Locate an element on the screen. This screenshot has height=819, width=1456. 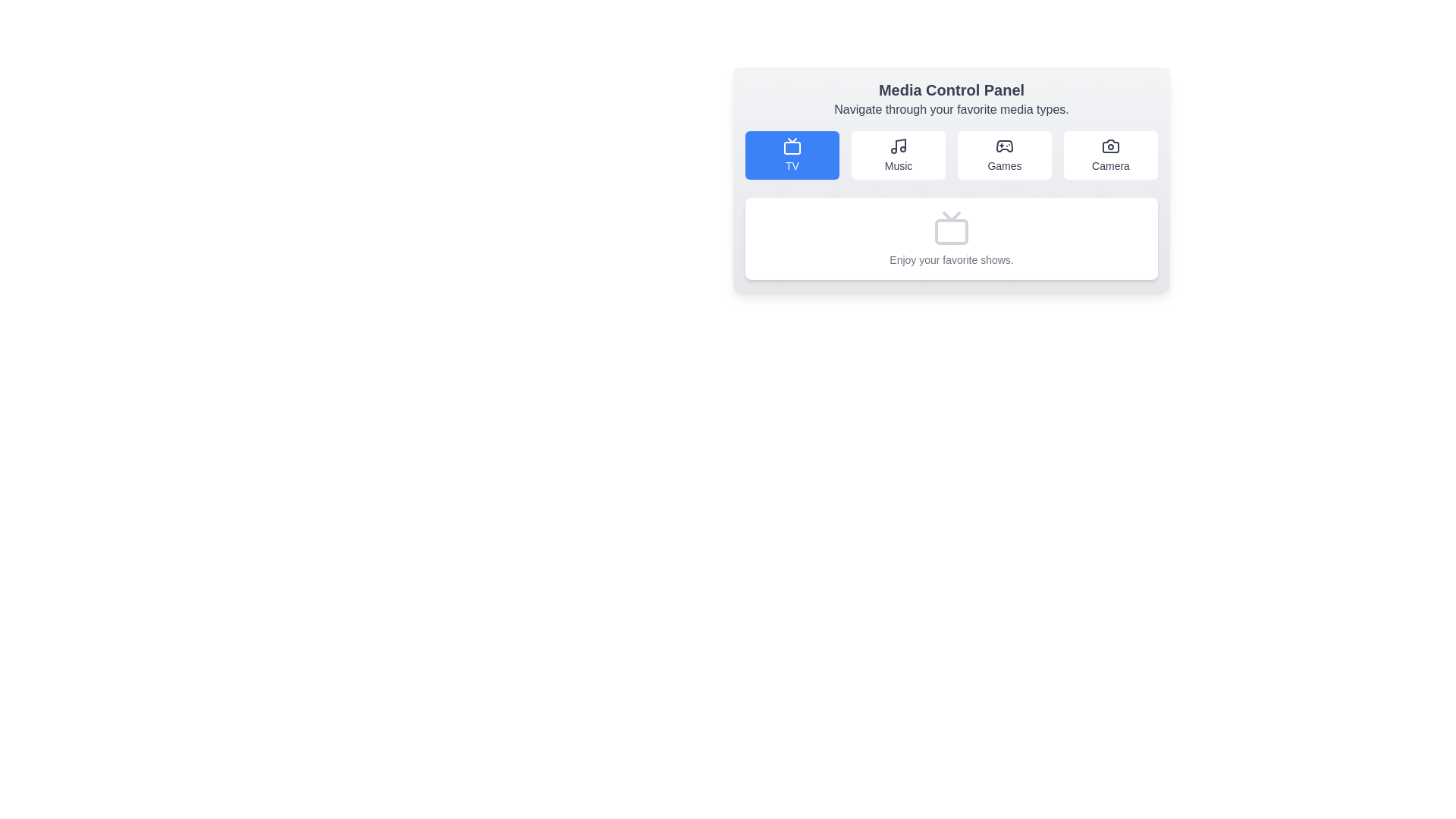
the game controller icon button located in the third slot of the media control panel is located at coordinates (1004, 146).